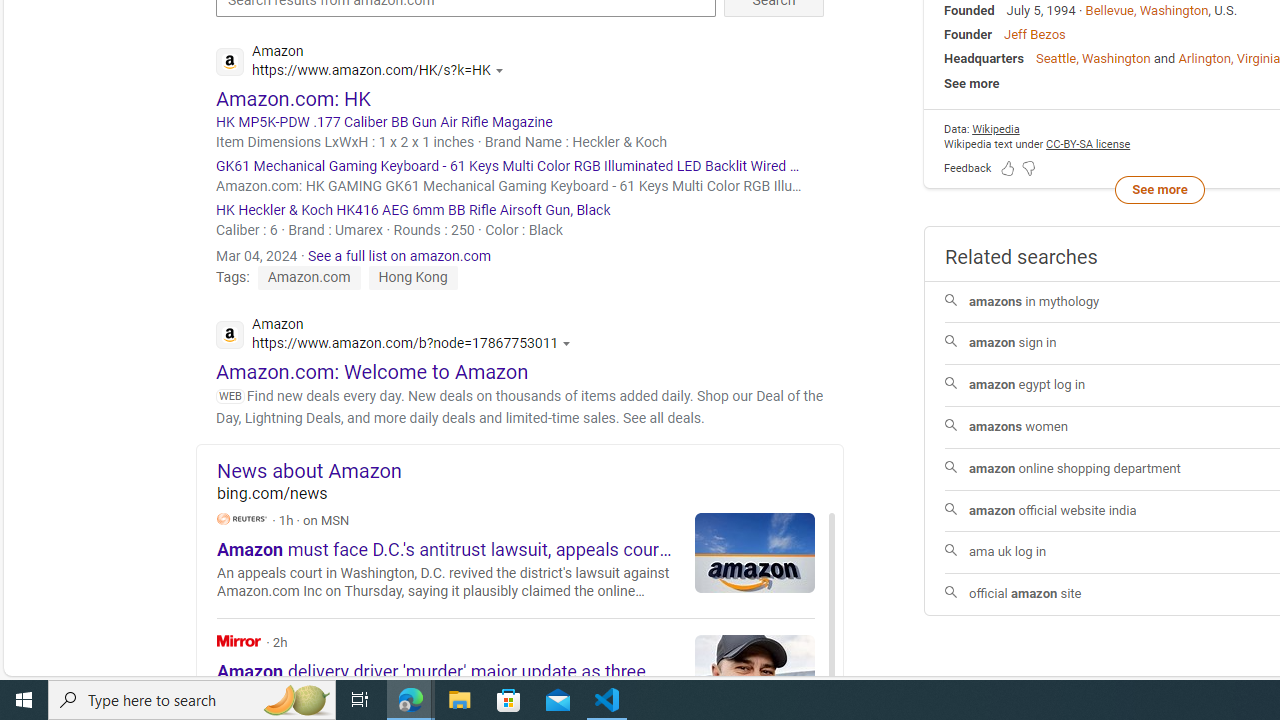  I want to click on 'Jeff Bezos', so click(1034, 34).